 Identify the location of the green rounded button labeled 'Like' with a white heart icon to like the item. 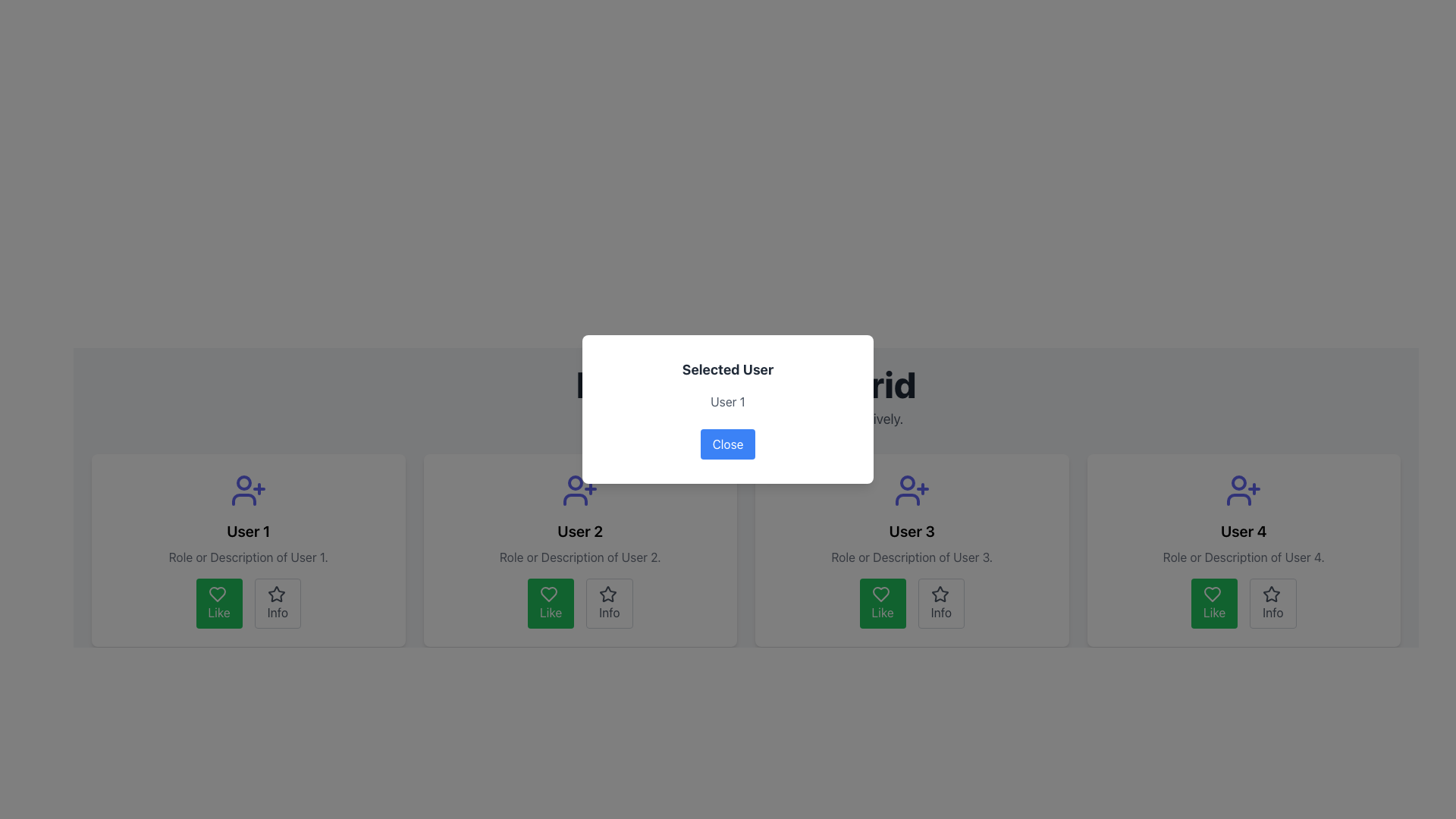
(218, 602).